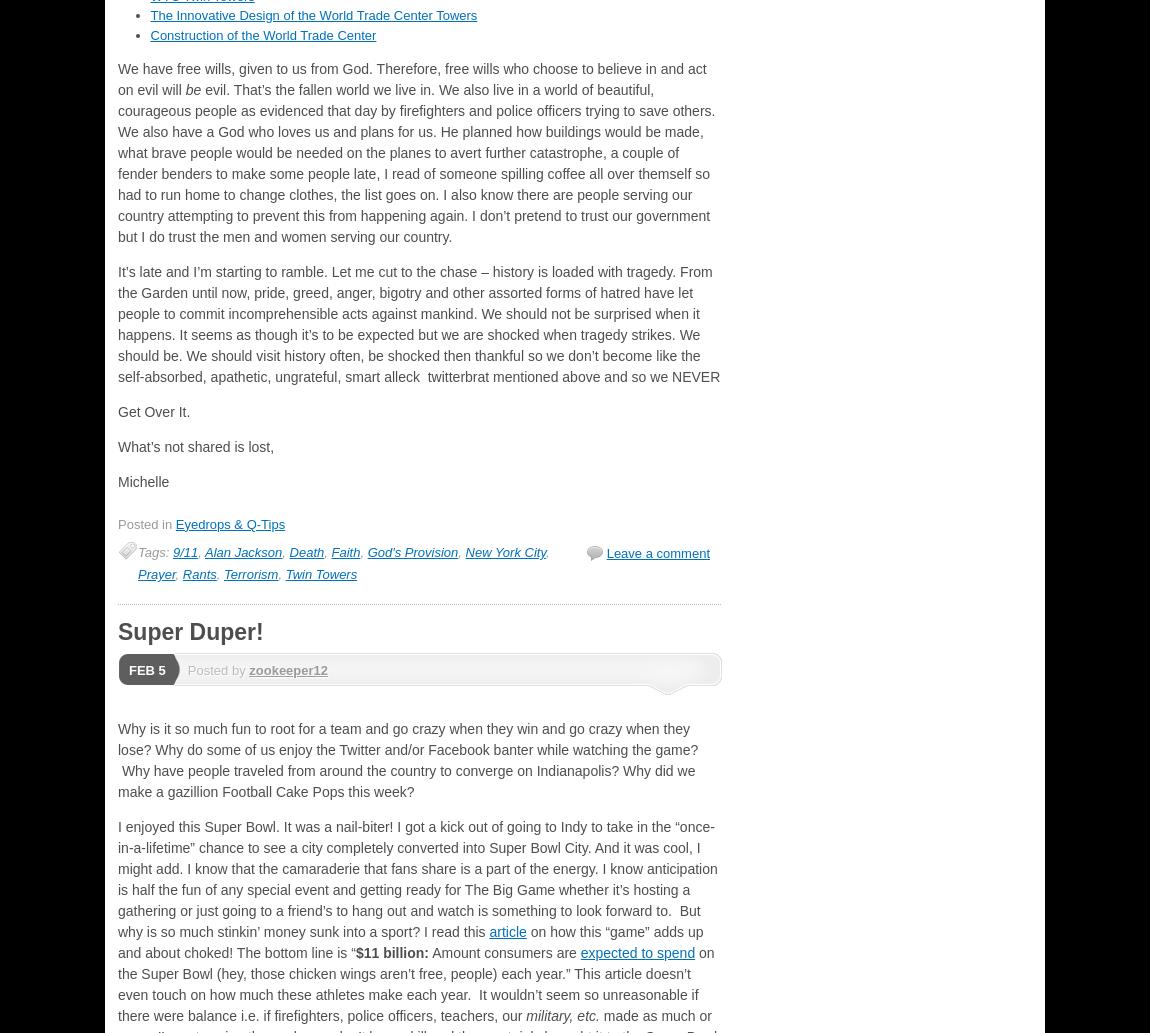 This screenshot has width=1150, height=1033. What do you see at coordinates (116, 446) in the screenshot?
I see `'What’s not shared is lost,'` at bounding box center [116, 446].